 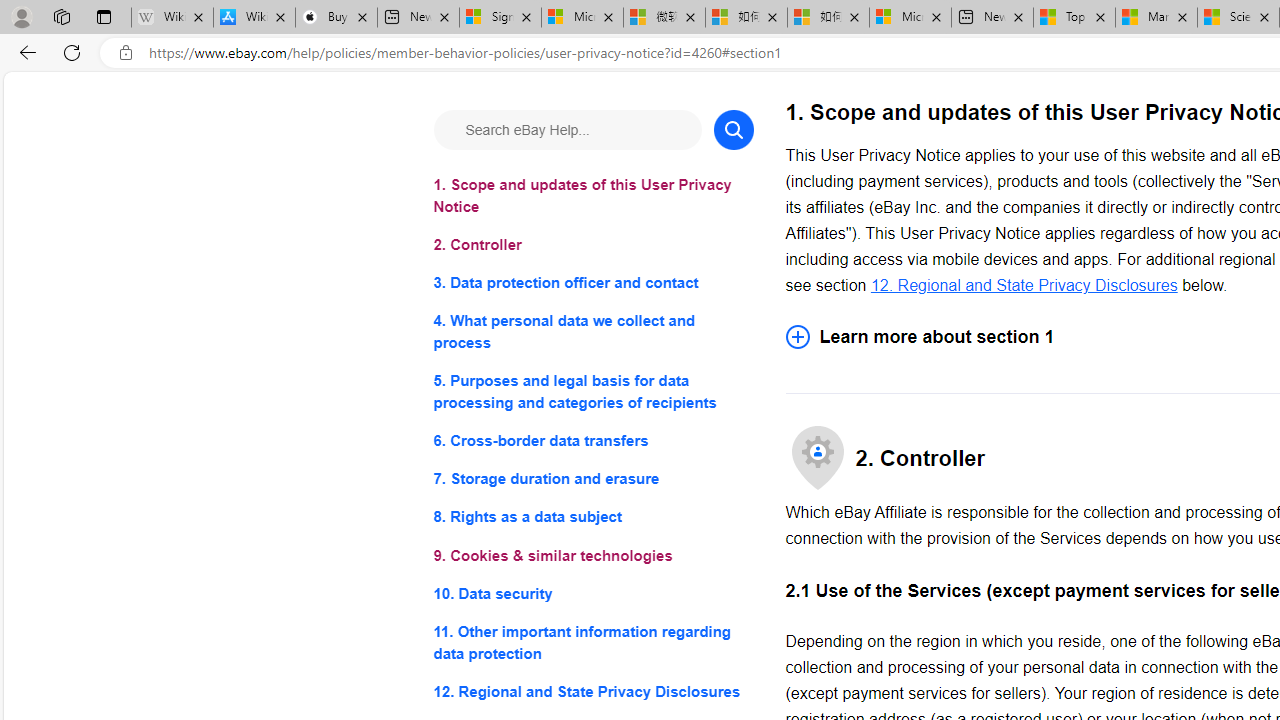 What do you see at coordinates (592, 244) in the screenshot?
I see `'2. Controller'` at bounding box center [592, 244].